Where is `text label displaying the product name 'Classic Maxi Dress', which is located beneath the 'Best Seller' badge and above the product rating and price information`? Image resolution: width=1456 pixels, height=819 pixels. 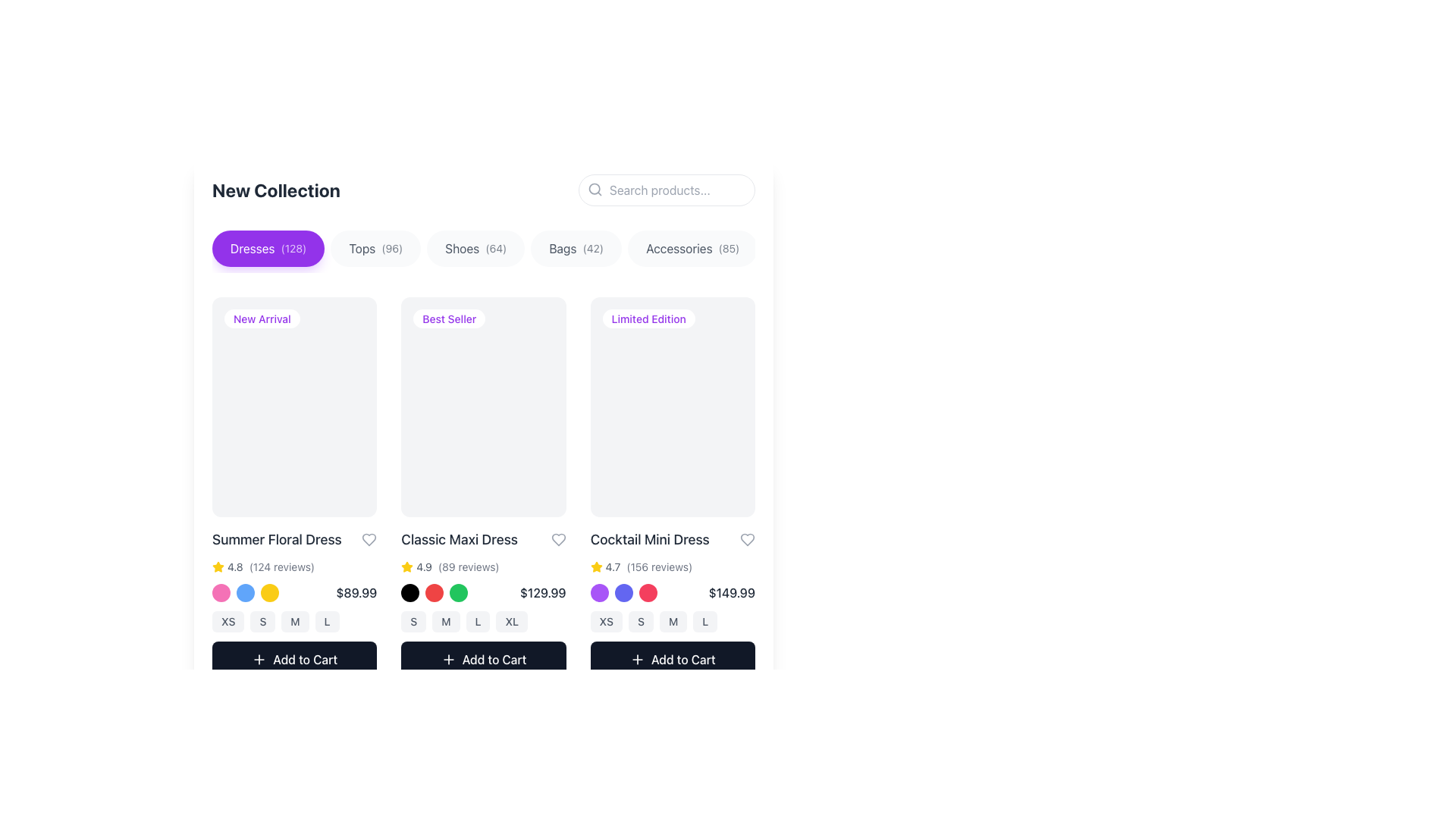 text label displaying the product name 'Classic Maxi Dress', which is located beneath the 'Best Seller' badge and above the product rating and price information is located at coordinates (459, 538).